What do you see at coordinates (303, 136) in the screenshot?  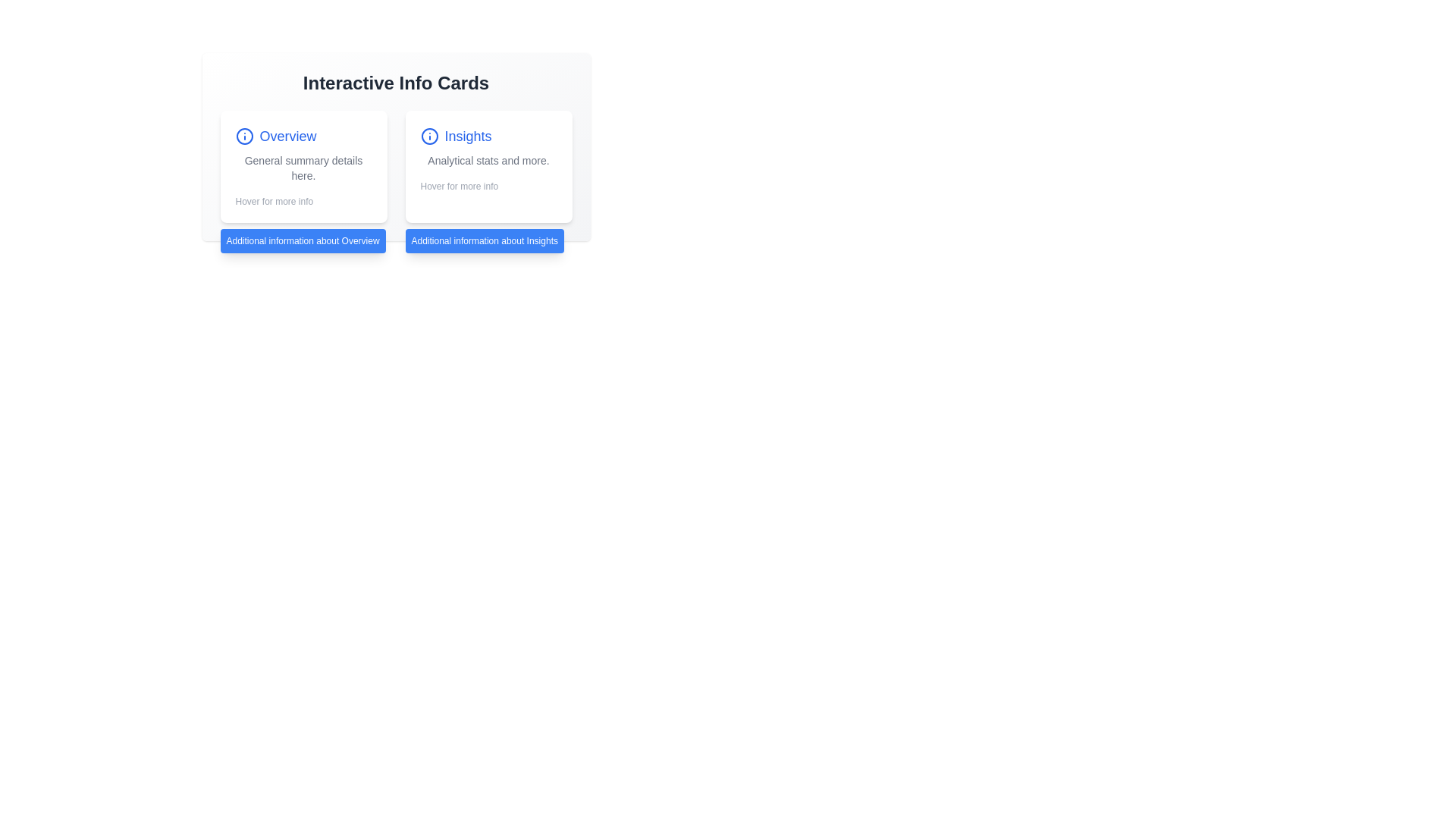 I see `the Text Label that serves as the title of the first info card under 'Interactive Info Cards', located at the top-left section of the card` at bounding box center [303, 136].